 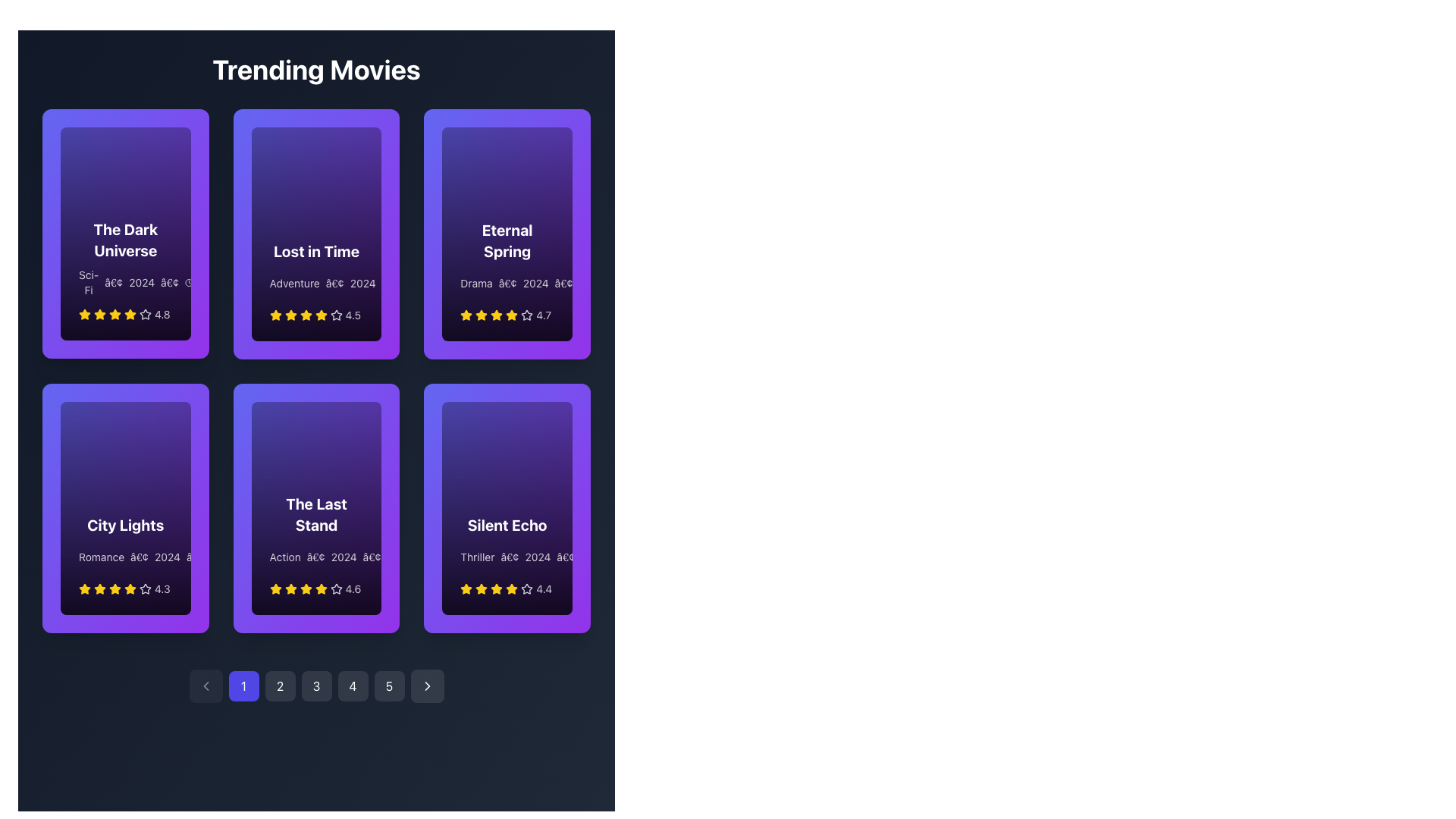 I want to click on the fifth star icon in the 5-star rating system under the 'Silent Echo' card, which is styled with a yellow fill and is located at the rightmost column in the second row, so click(x=512, y=588).